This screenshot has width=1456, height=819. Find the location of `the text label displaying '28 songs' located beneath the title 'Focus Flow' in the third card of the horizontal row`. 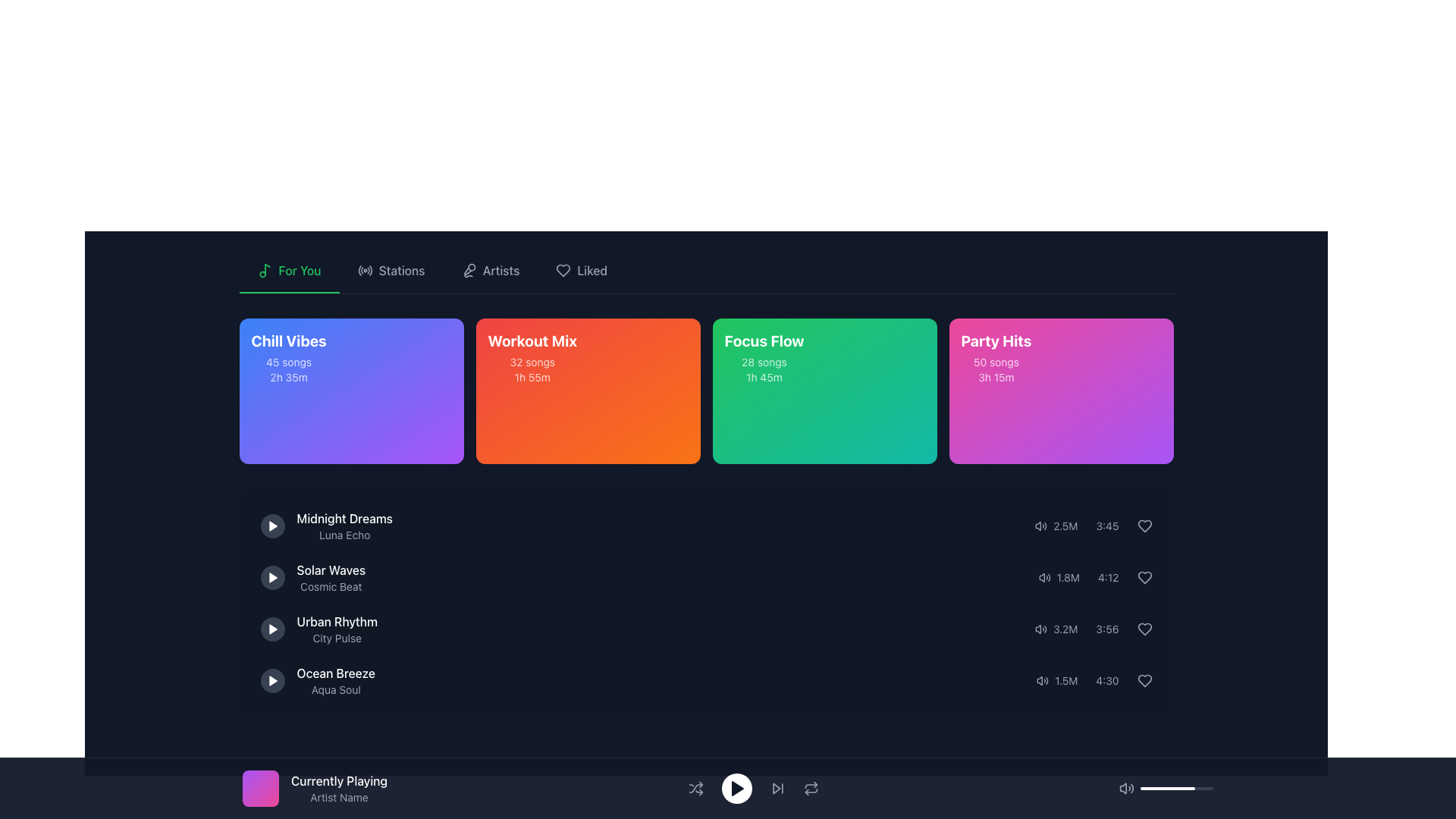

the text label displaying '28 songs' located beneath the title 'Focus Flow' in the third card of the horizontal row is located at coordinates (764, 362).